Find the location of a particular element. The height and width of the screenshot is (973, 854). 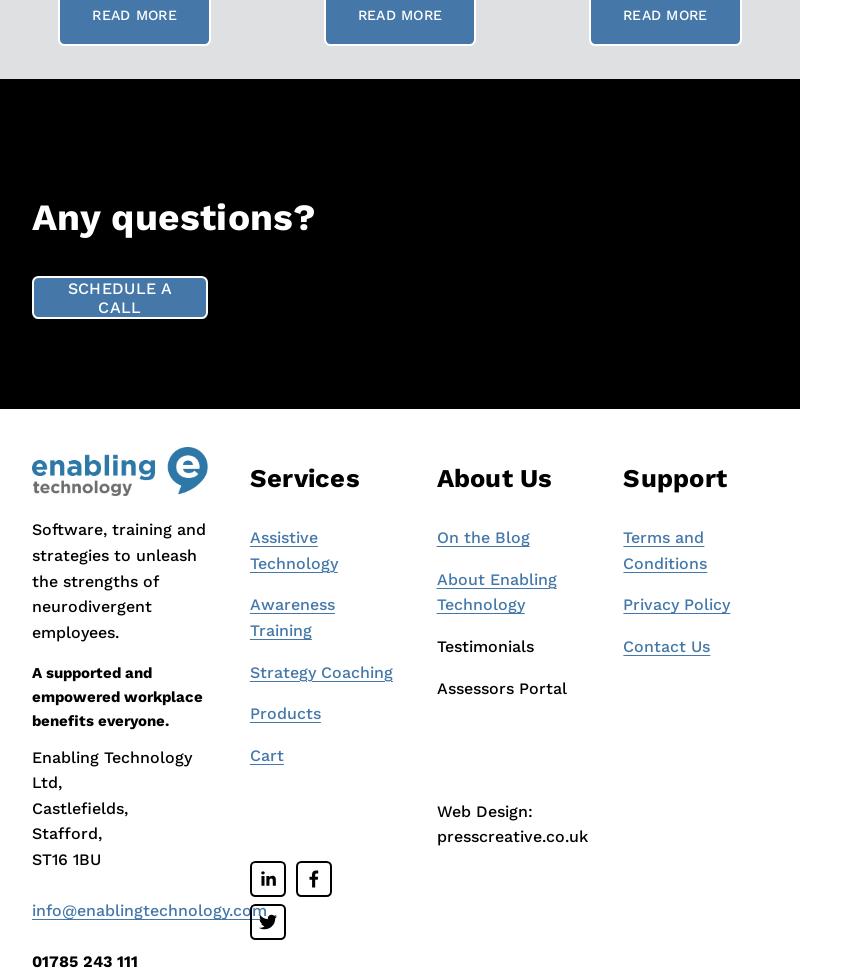

'Awareness Training' is located at coordinates (291, 617).